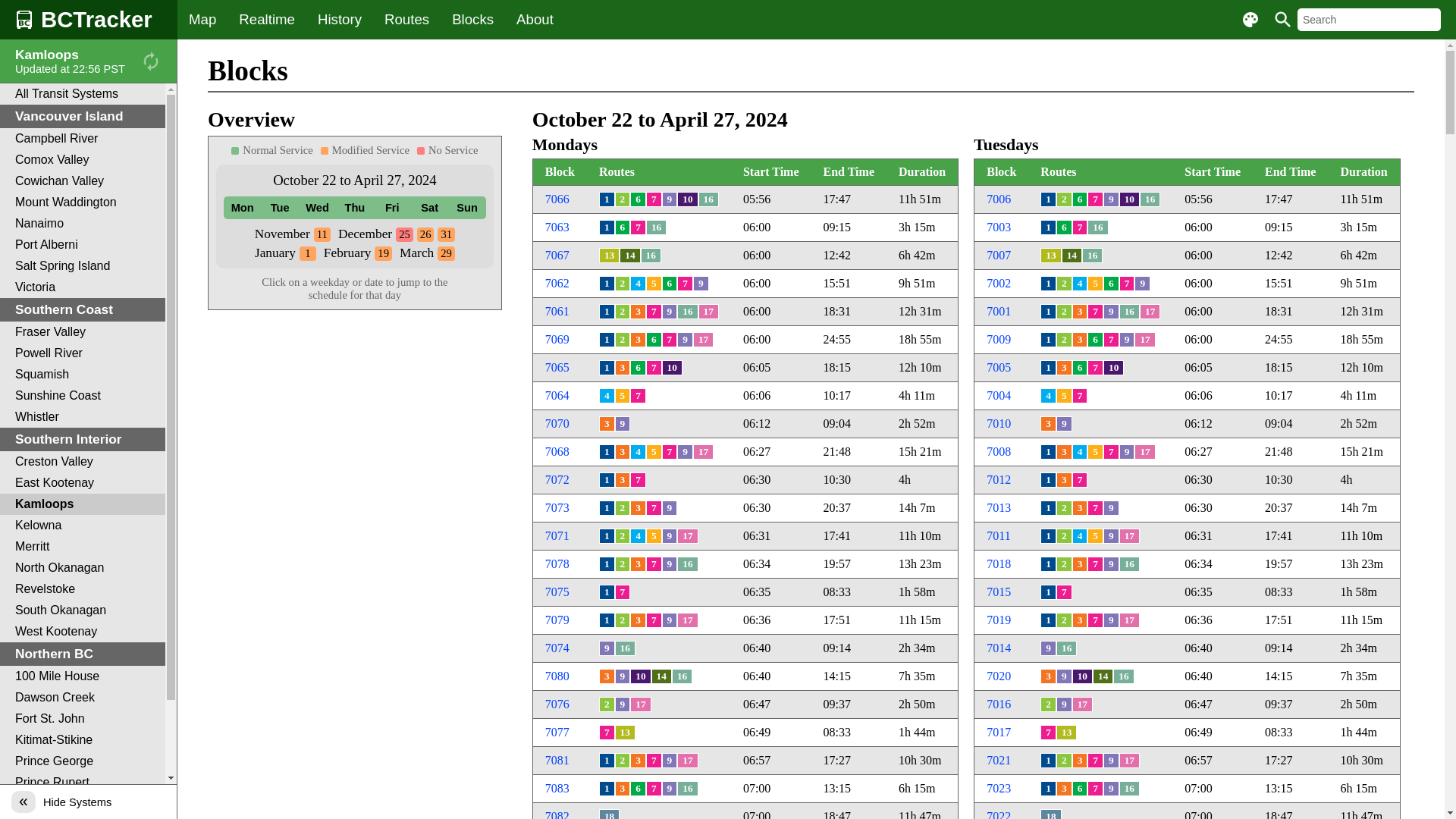 The image size is (1456, 819). I want to click on '3', so click(638, 508).